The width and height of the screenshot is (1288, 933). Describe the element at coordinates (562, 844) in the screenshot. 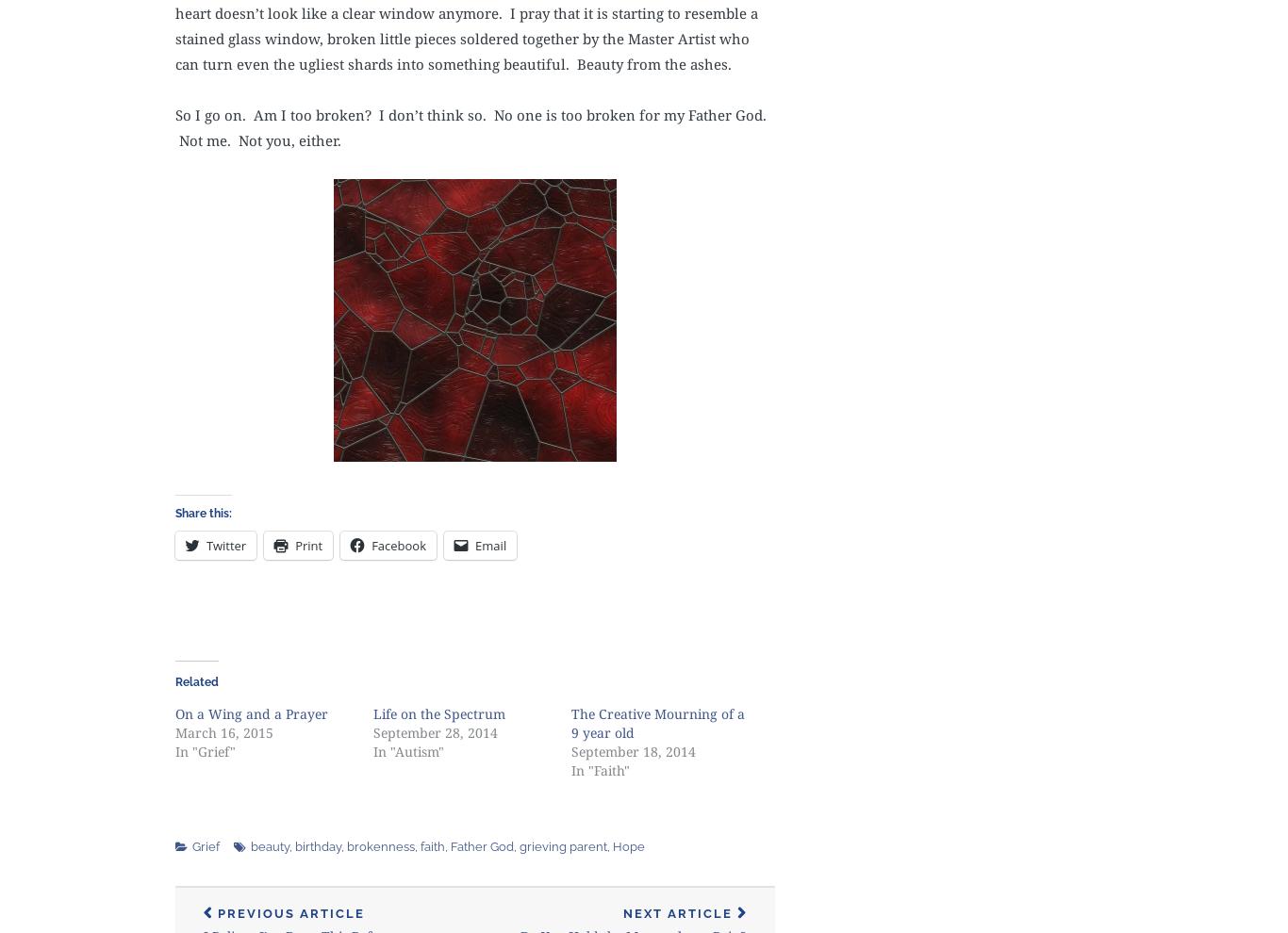

I see `'grieving parent'` at that location.